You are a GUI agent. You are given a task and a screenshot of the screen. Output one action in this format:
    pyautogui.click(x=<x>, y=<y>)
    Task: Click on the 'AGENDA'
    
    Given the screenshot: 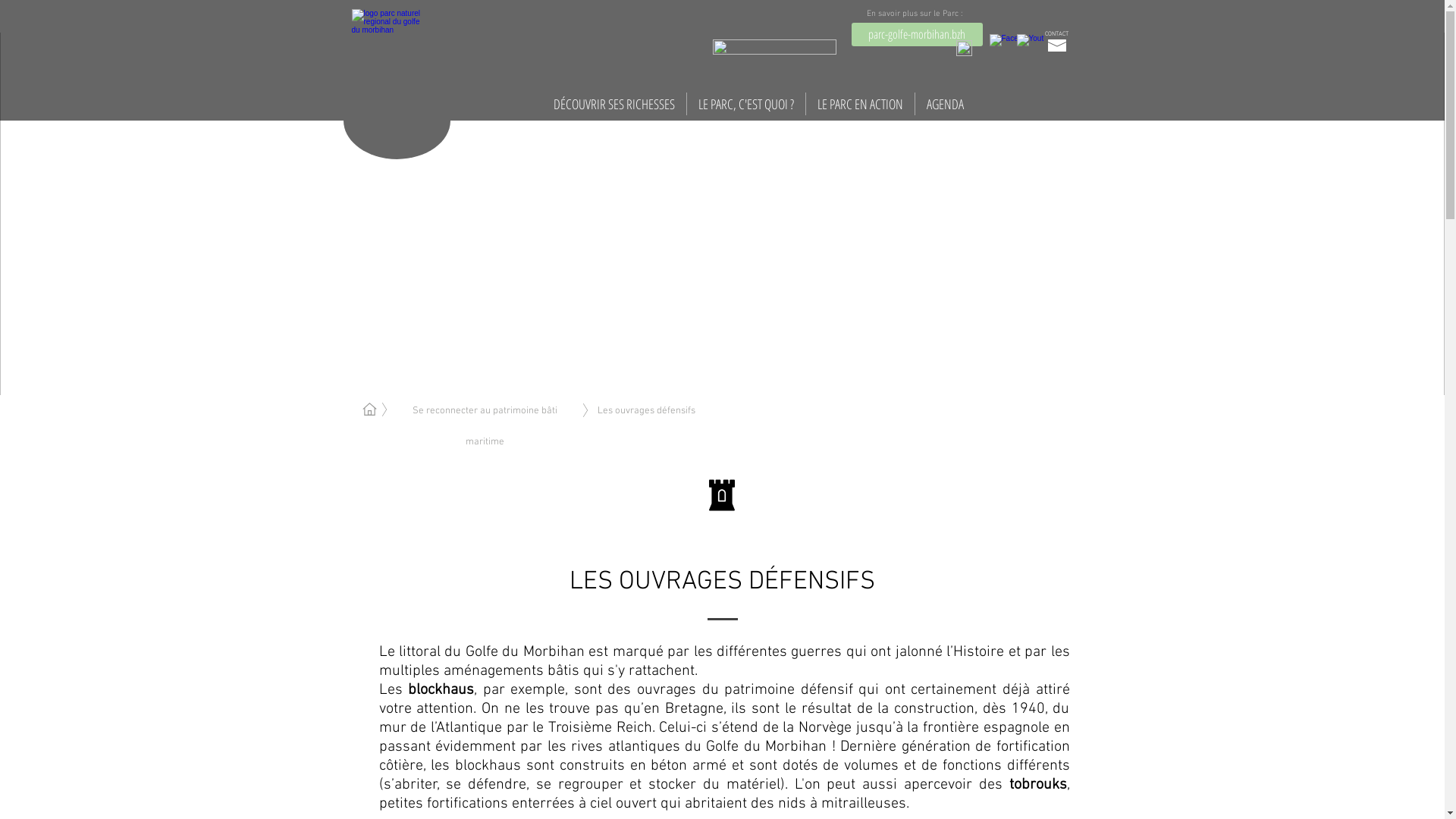 What is the action you would take?
    pyautogui.click(x=913, y=103)
    